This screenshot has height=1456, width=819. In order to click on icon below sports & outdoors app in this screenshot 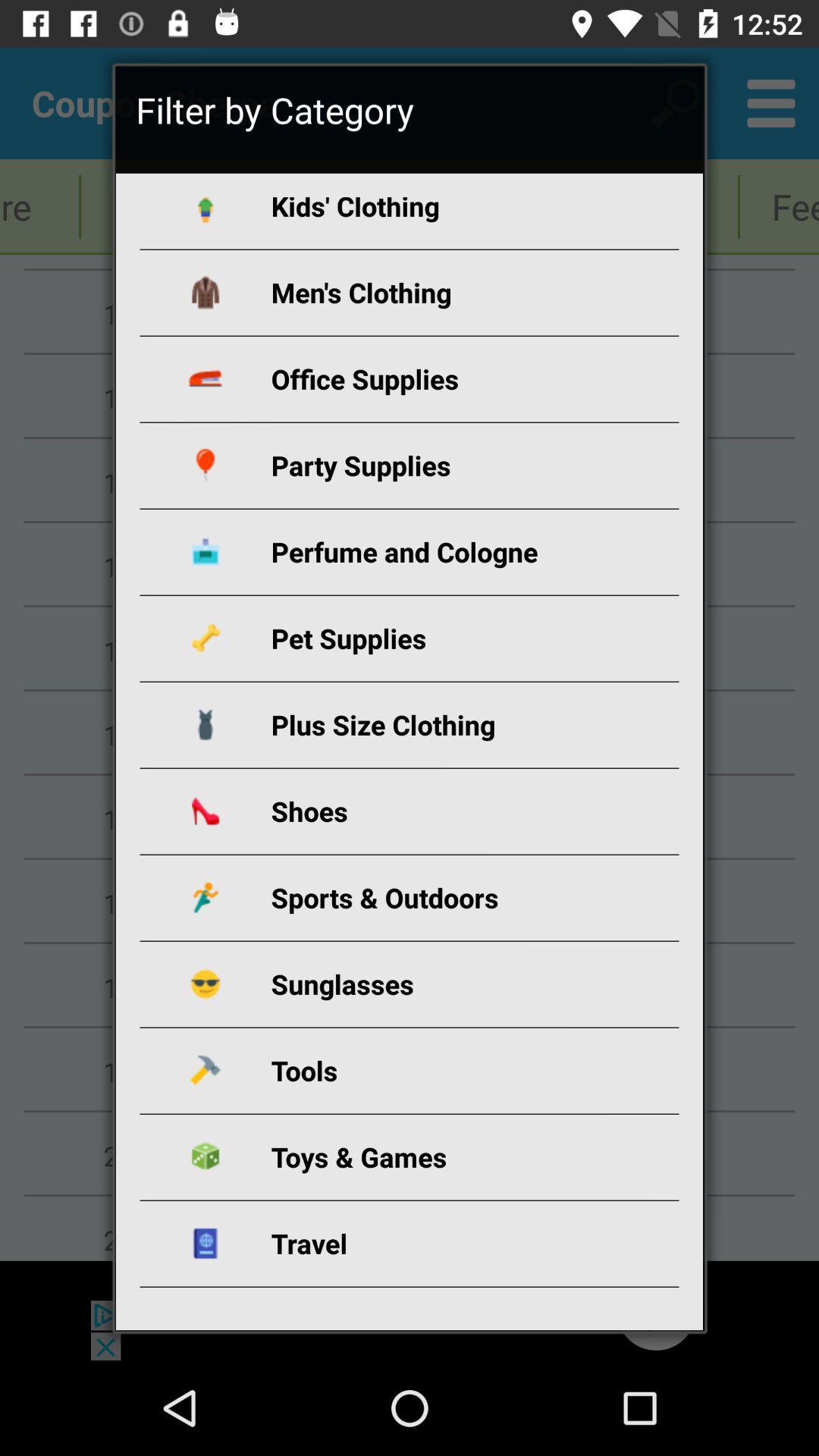, I will do `click(427, 984)`.